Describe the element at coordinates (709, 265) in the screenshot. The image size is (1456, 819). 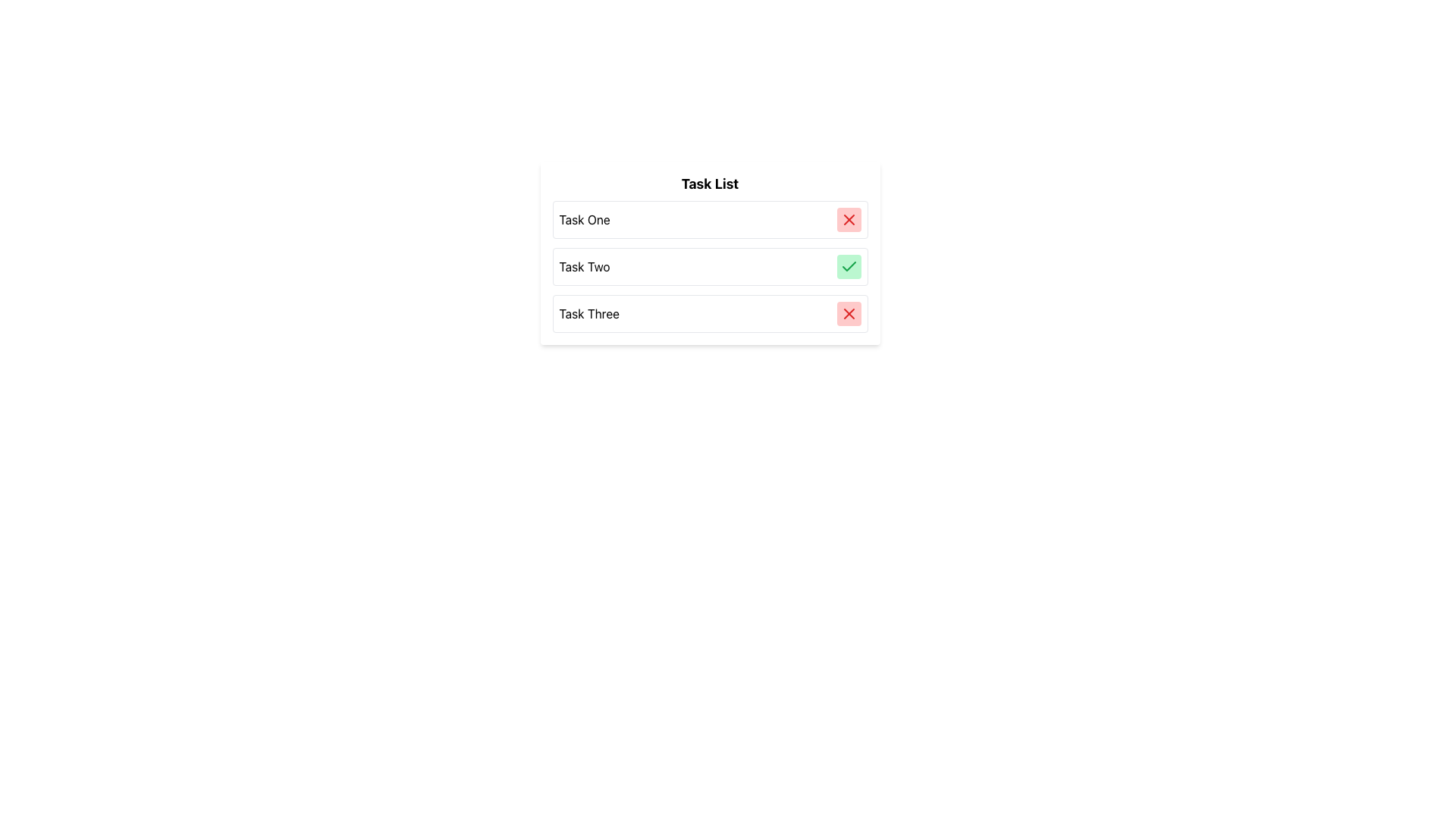
I see `the second list item labeled 'Task Two' in the task management interface` at that location.